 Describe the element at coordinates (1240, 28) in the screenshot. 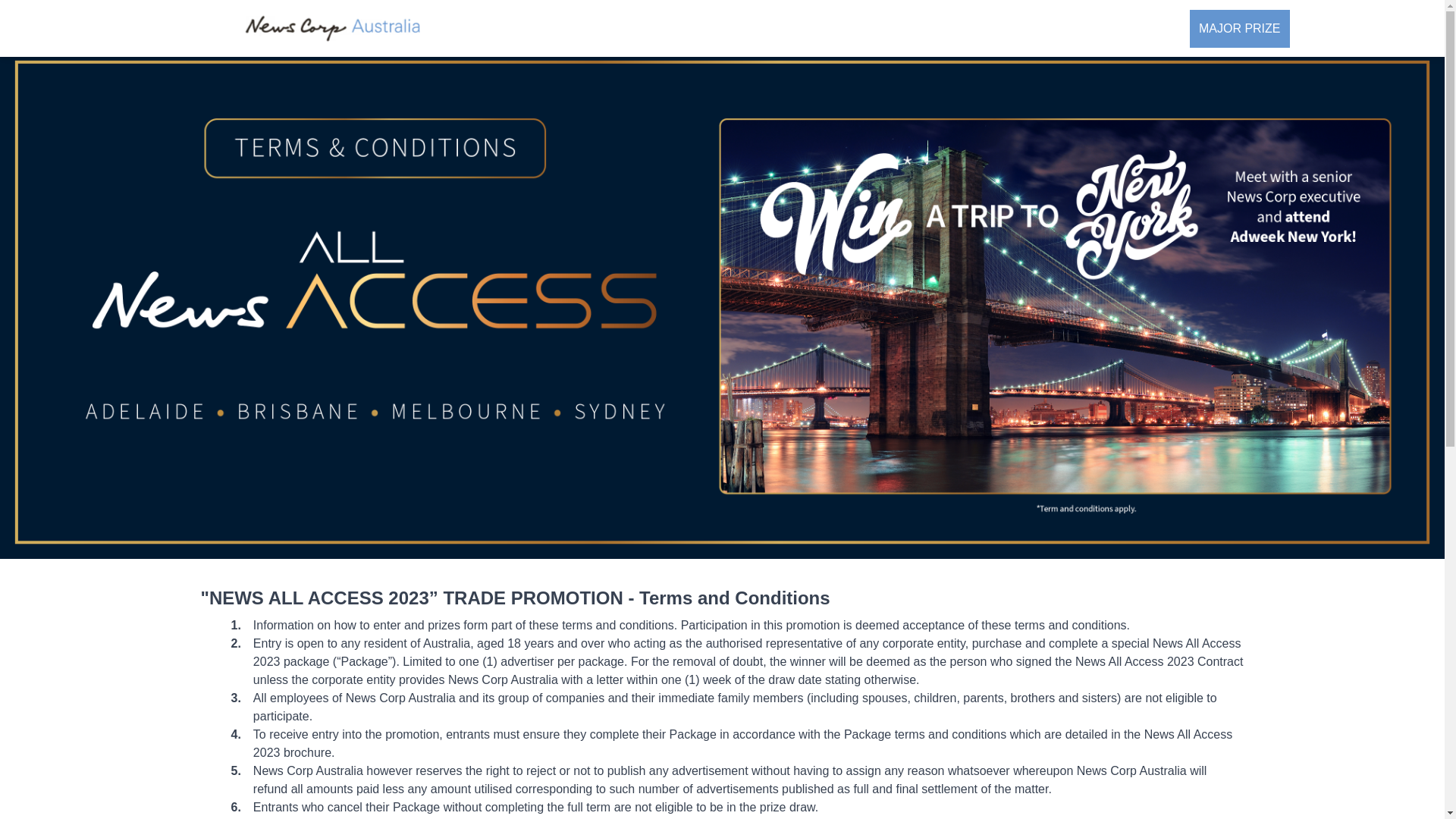

I see `'MAJOR PRIZE'` at that location.